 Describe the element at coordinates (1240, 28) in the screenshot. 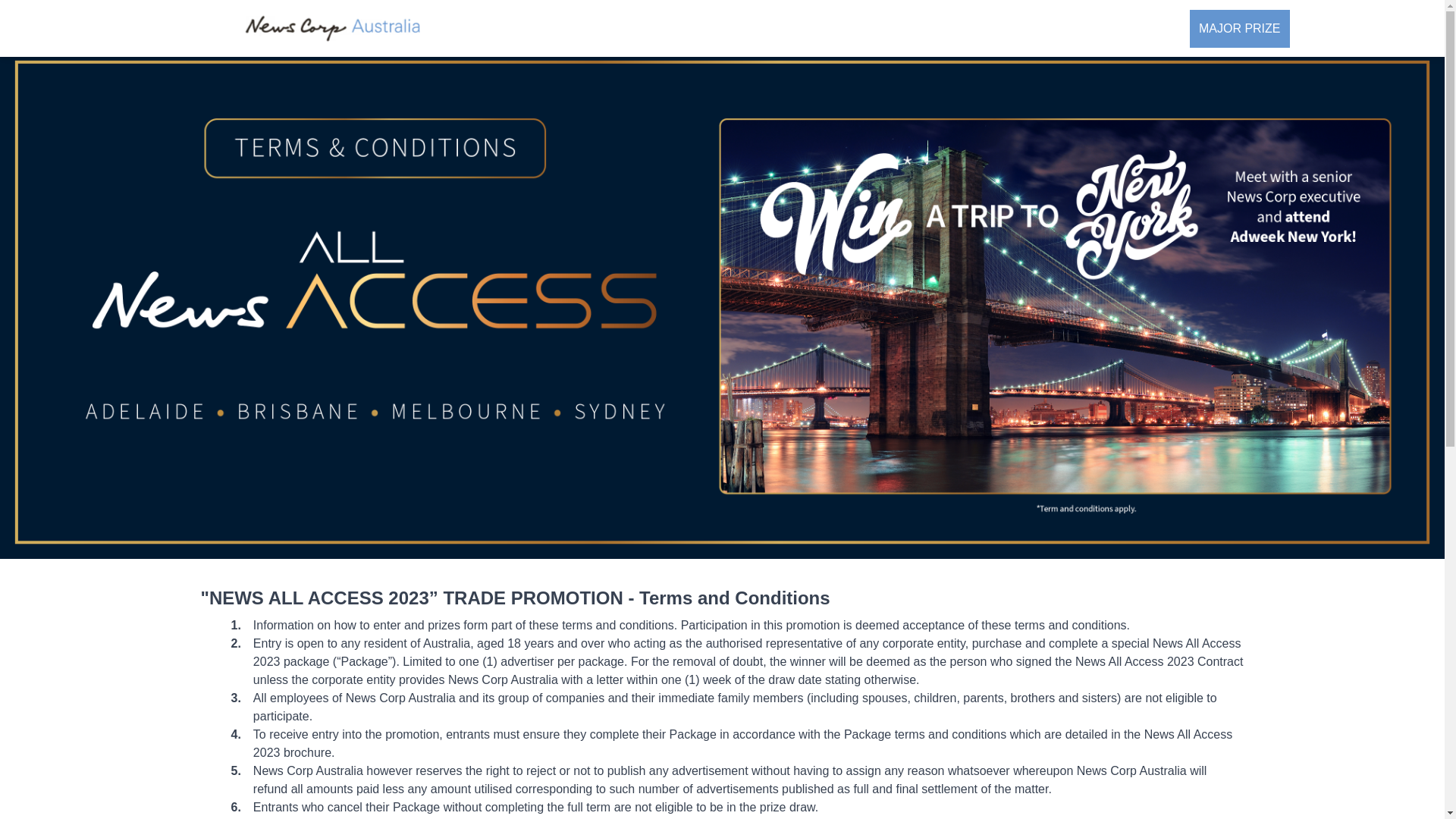

I see `'MAJOR PRIZE'` at that location.